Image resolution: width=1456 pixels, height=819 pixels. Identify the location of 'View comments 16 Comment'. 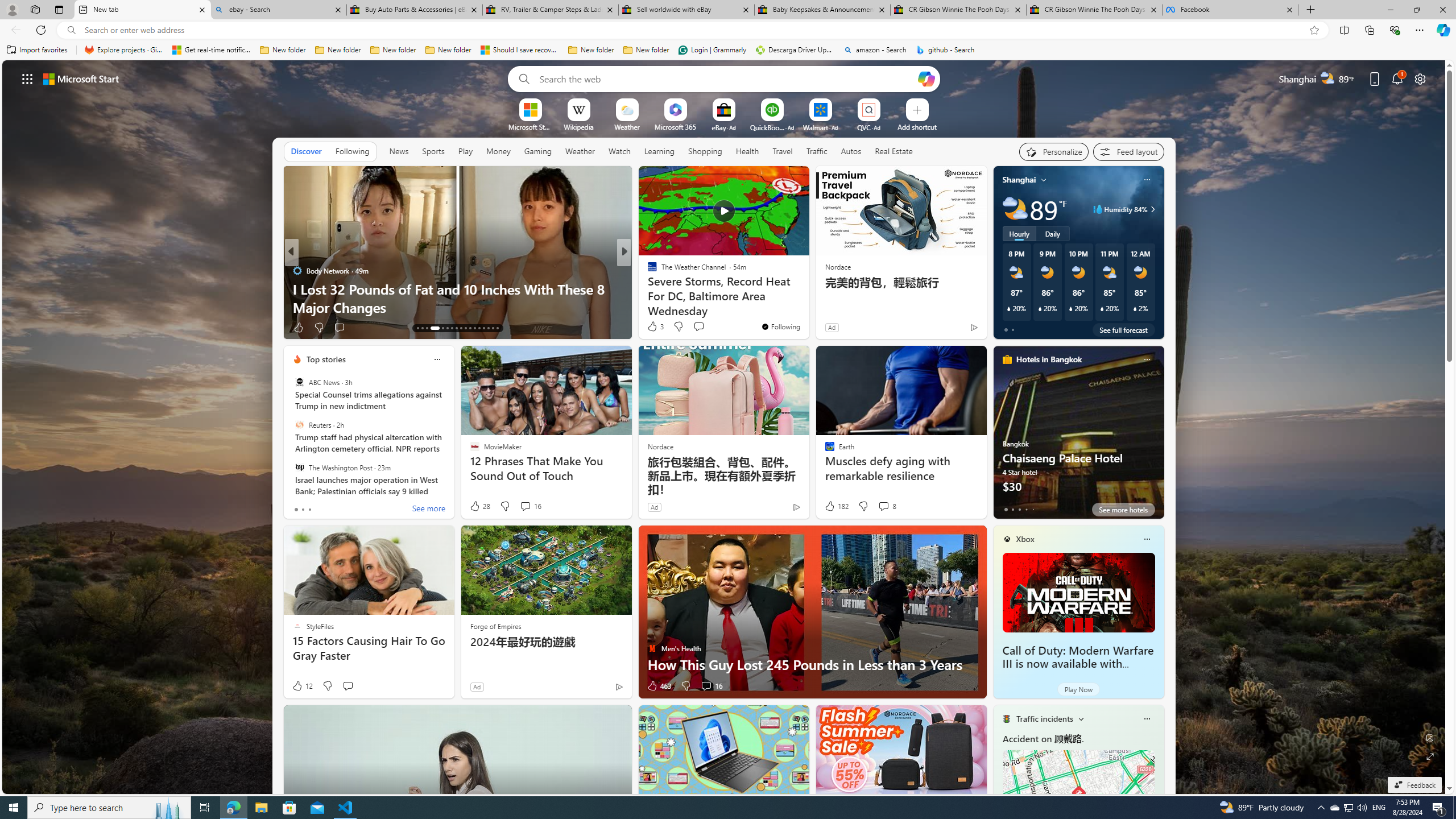
(705, 686).